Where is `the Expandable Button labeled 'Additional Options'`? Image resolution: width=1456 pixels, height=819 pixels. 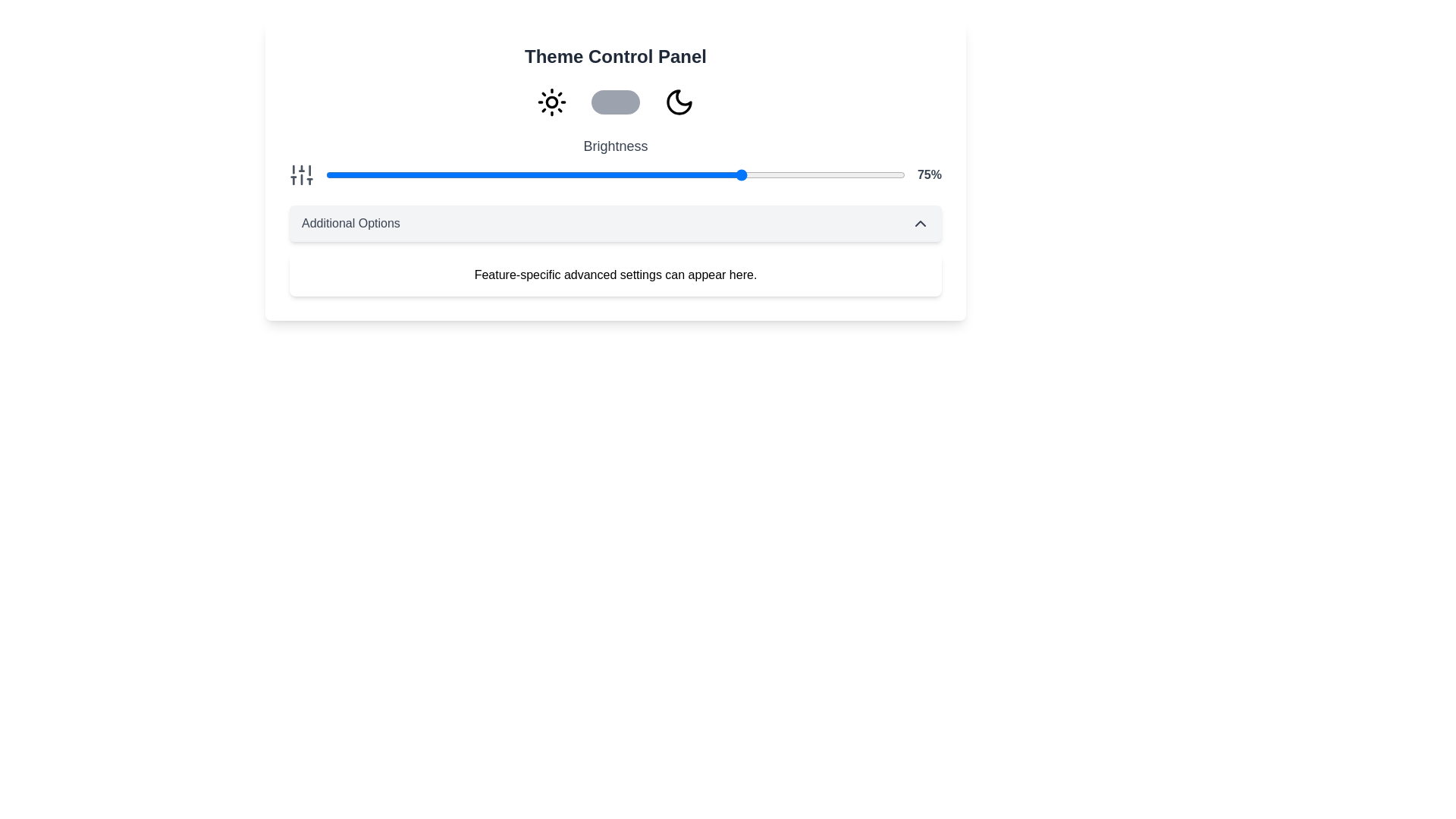 the Expandable Button labeled 'Additional Options' is located at coordinates (615, 223).